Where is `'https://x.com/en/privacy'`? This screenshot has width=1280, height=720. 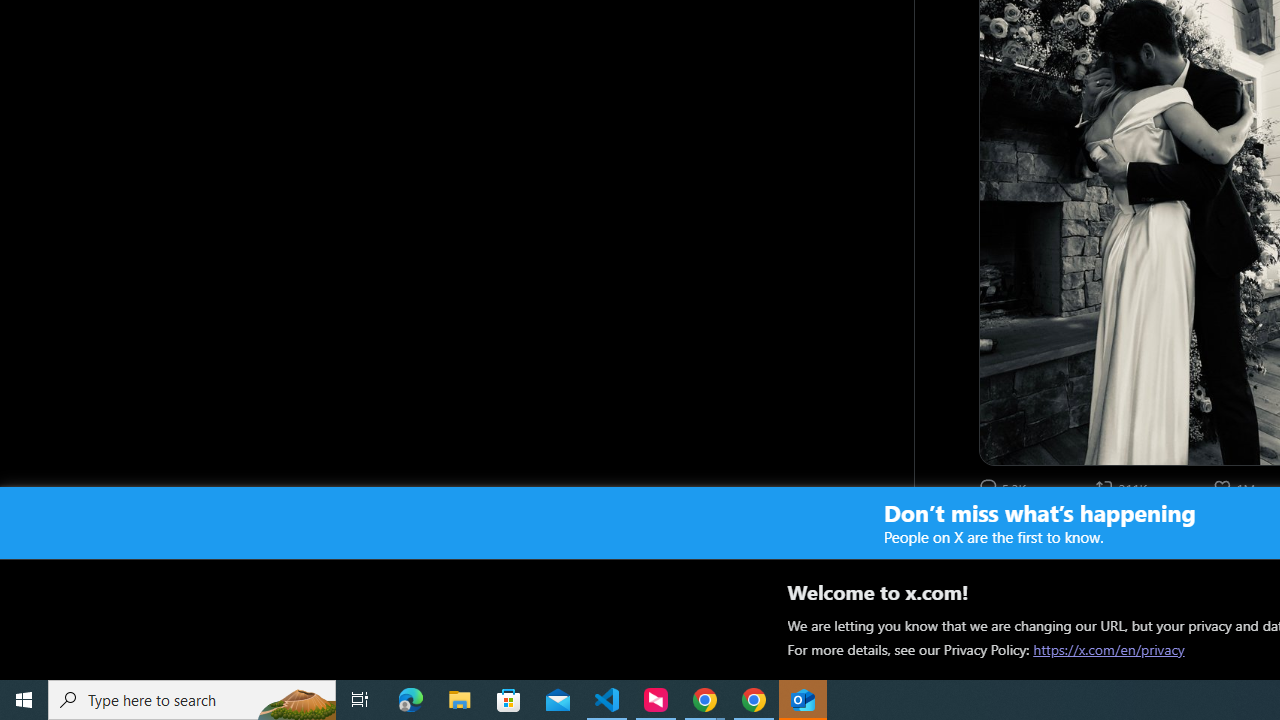 'https://x.com/en/privacy' is located at coordinates (1108, 649).